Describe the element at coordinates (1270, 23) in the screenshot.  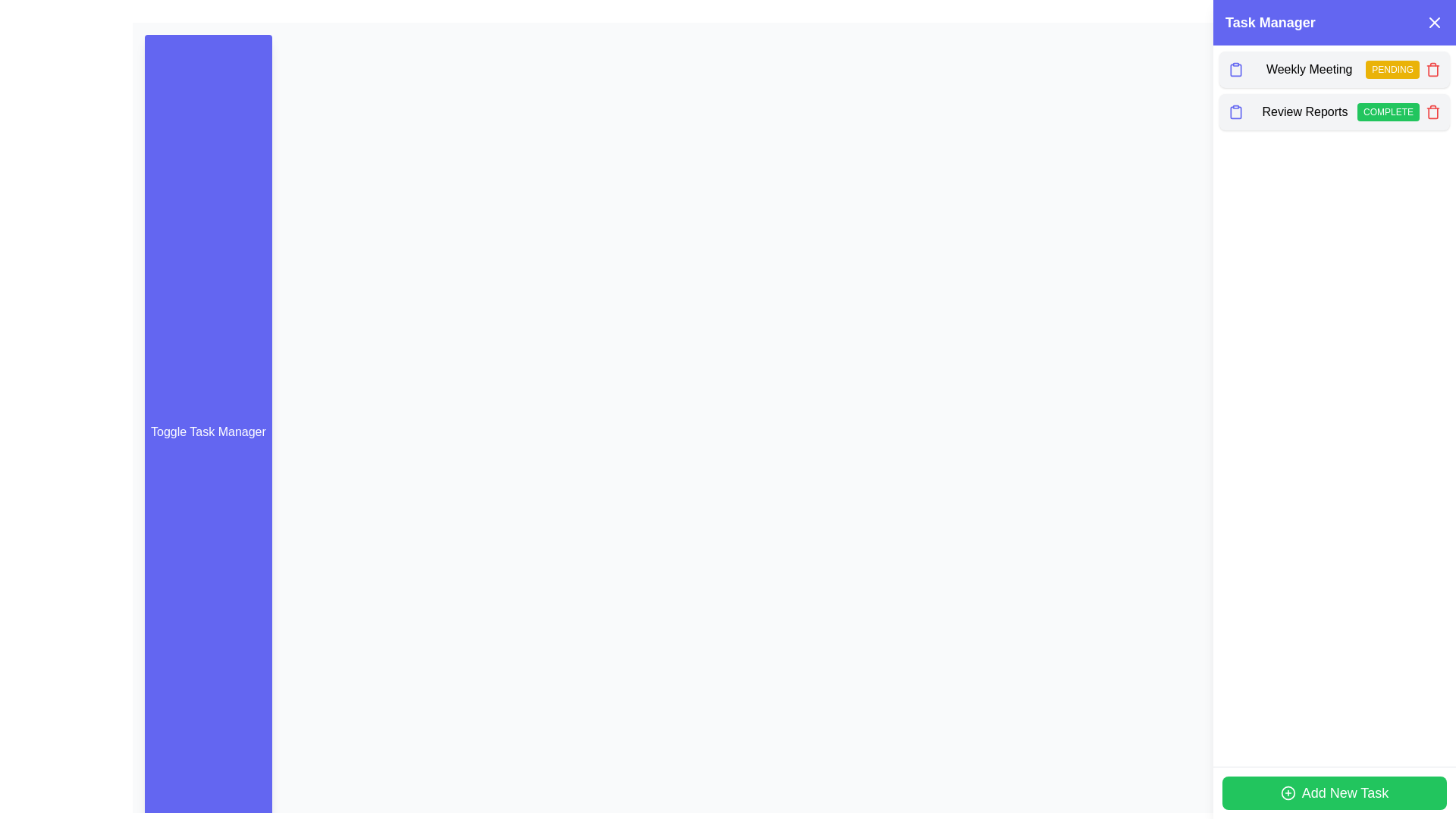
I see `the 'Task Manager' static text label, which is displayed in bold, large white font against a purple background, located in the header section to the left of the close icon` at that location.